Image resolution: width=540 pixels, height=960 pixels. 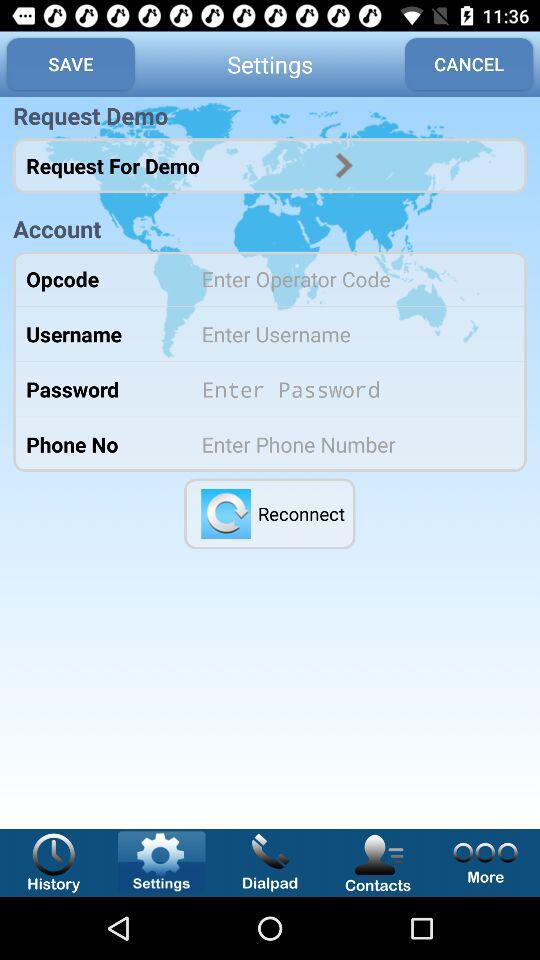 I want to click on next option, so click(x=343, y=164).